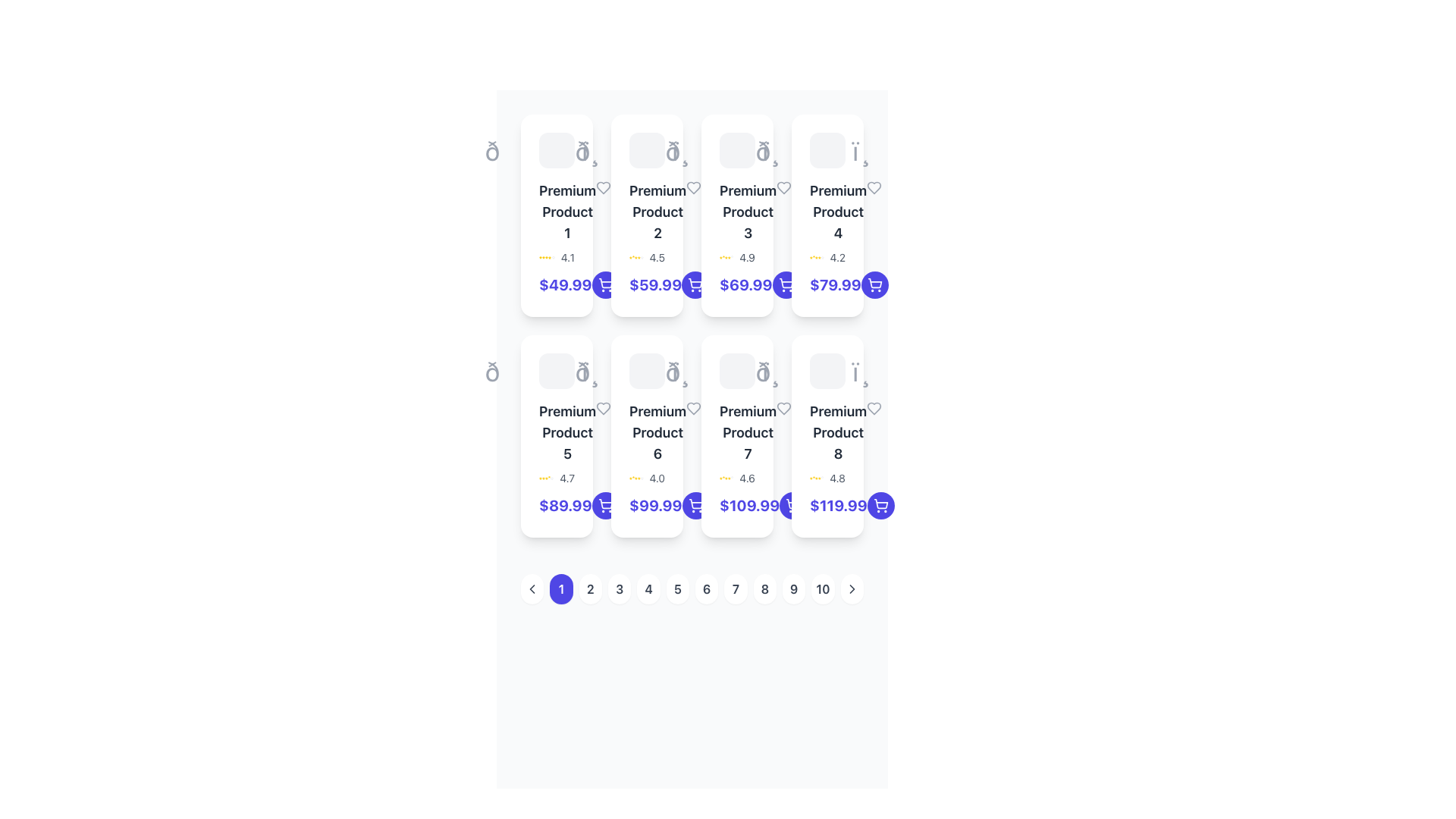 This screenshot has height=819, width=1456. What do you see at coordinates (874, 284) in the screenshot?
I see `the Icon Button located at the bottom-right corner of the card for 'Premium Product 4'` at bounding box center [874, 284].